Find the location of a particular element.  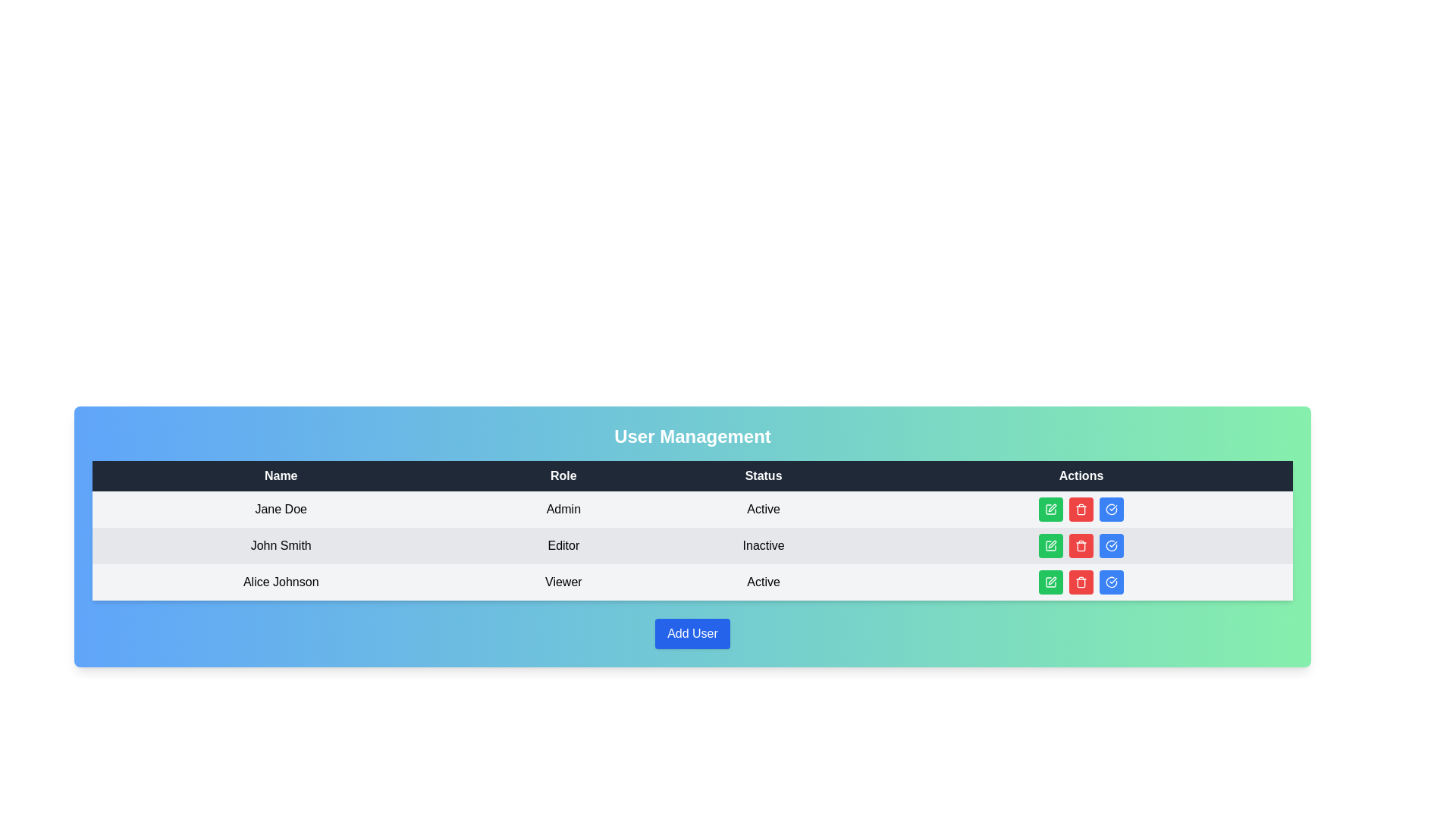

the delete button in the 'Actions' column of the third row associated with user 'Alice Johnson' in the 'User Management' table is located at coordinates (1080, 510).